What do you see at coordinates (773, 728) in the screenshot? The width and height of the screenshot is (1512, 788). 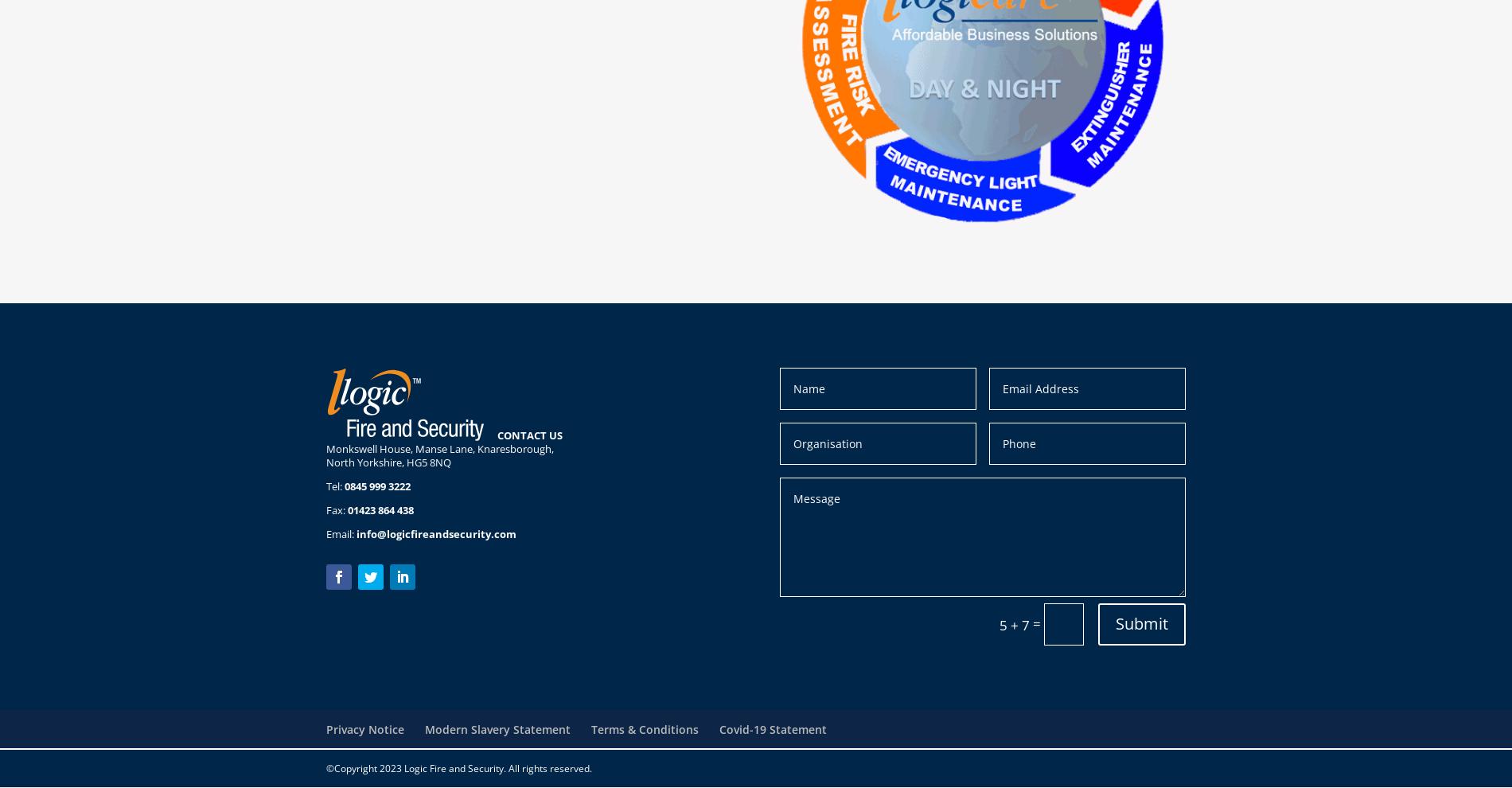 I see `'Covid-19 Statement'` at bounding box center [773, 728].